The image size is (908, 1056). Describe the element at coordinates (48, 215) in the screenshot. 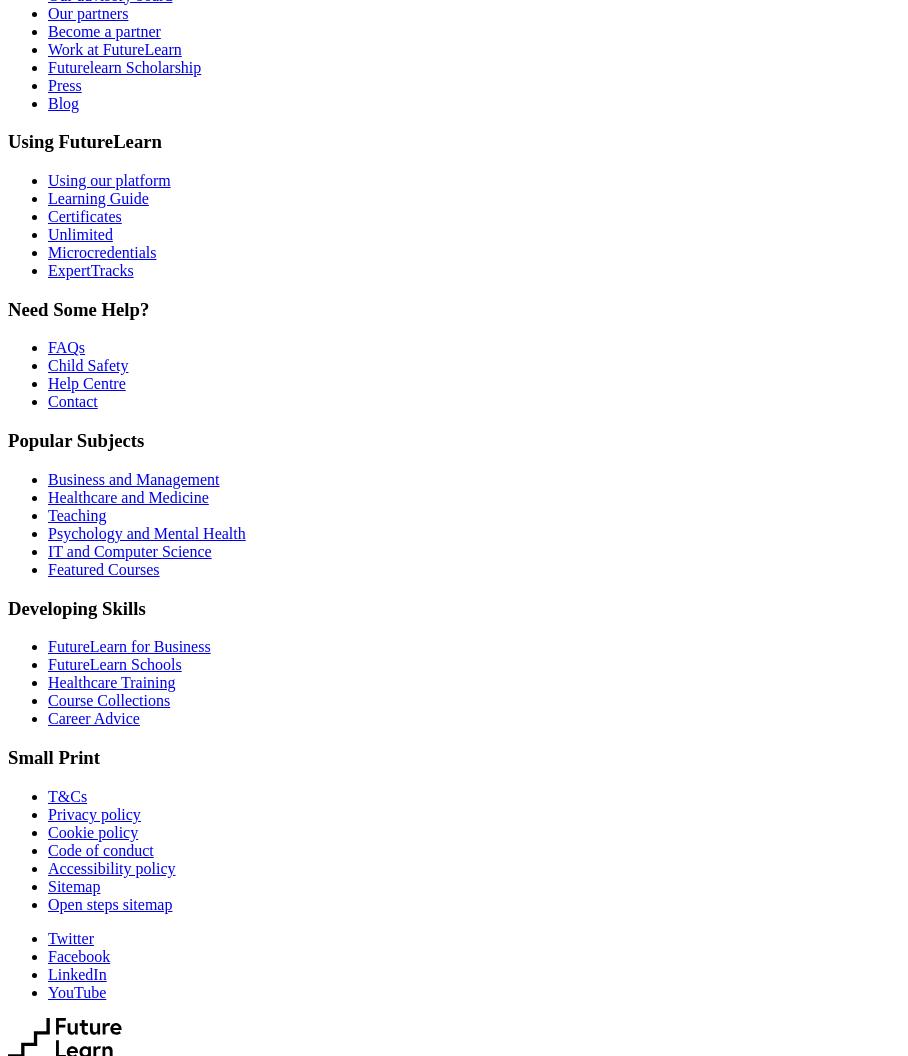

I see `'Certificates'` at that location.